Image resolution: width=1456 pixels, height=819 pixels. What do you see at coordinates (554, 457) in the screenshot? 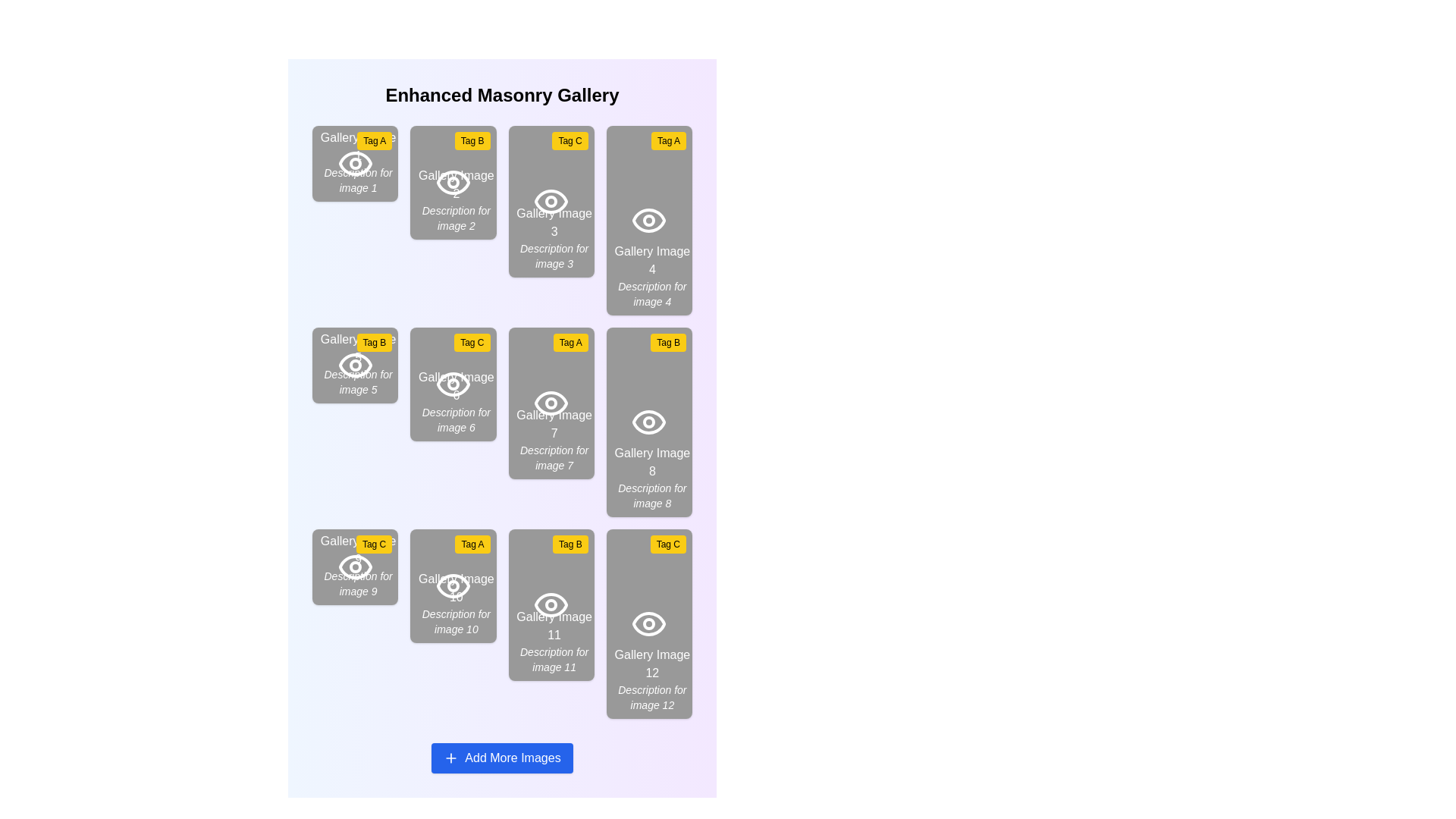
I see `the text label providing descriptive information about the associated image within the card labeled 'Gallery Image 7', located in the bottom section of the card in the fourth row of a masonry gallery-style grid layout` at bounding box center [554, 457].